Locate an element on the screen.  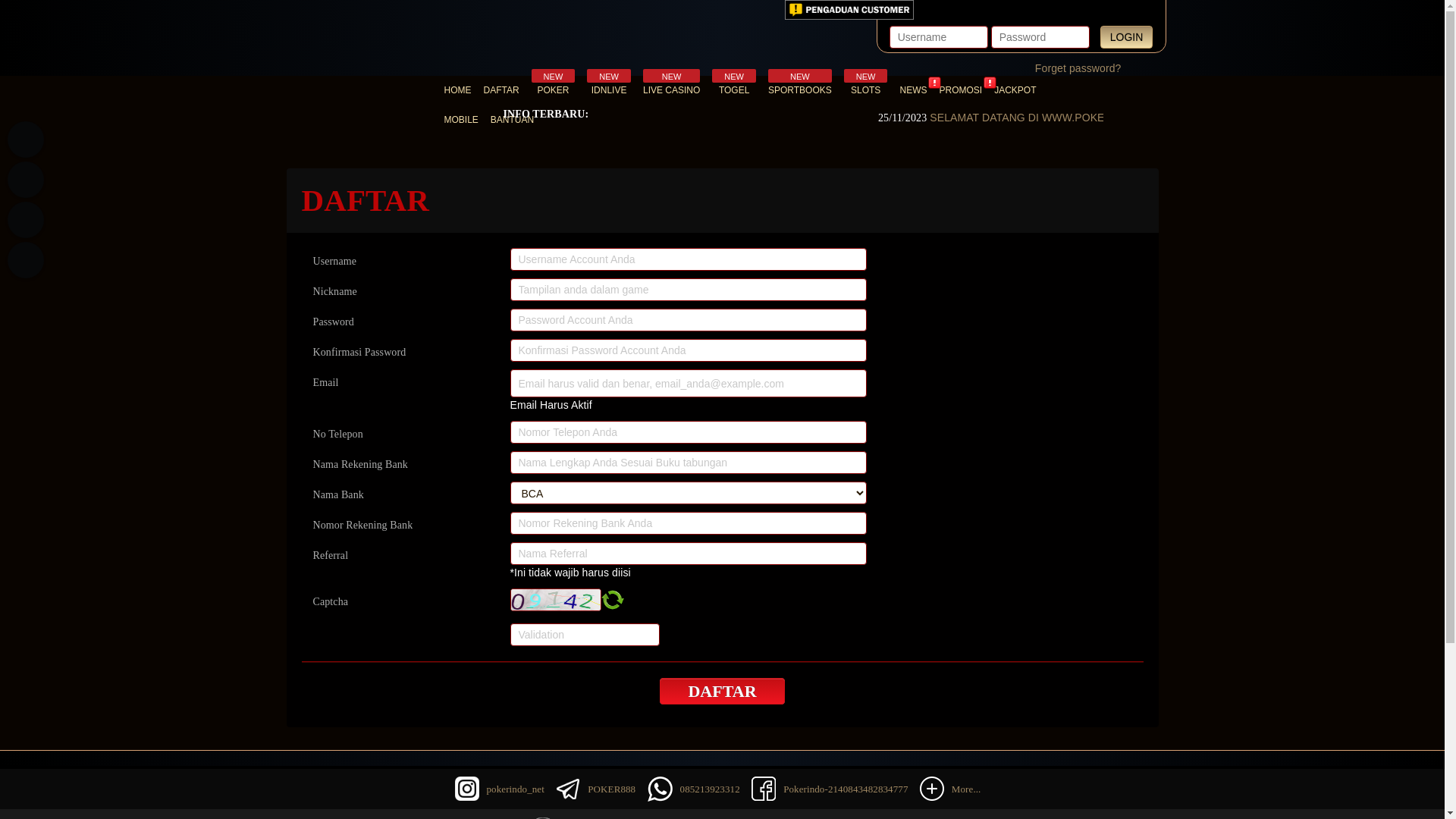
'POKER888' is located at coordinates (586, 788).